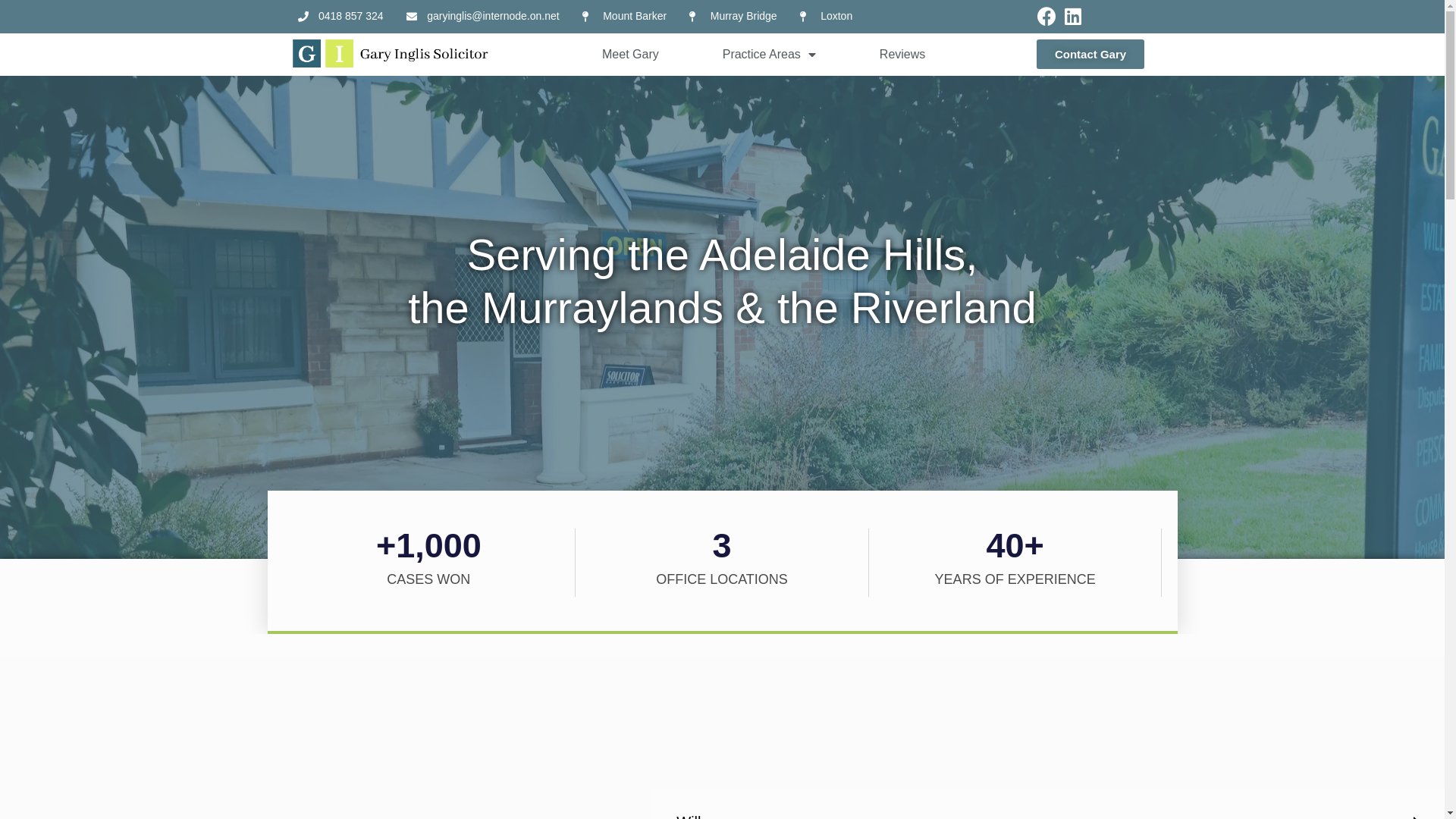  Describe the element at coordinates (825, 17) in the screenshot. I see `'Loxton'` at that location.